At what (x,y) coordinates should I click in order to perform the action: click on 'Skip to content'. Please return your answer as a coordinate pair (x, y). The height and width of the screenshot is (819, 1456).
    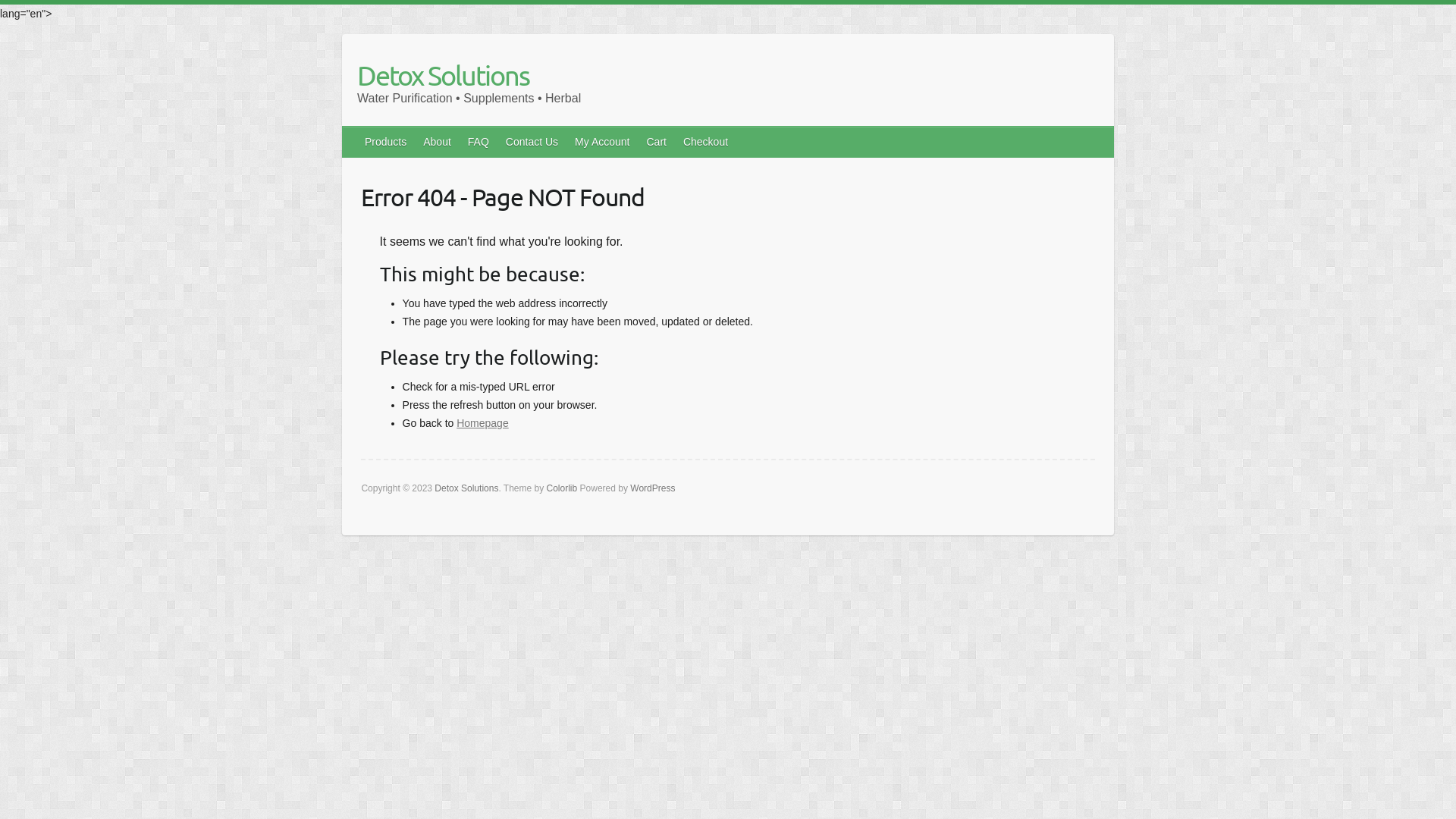
    Looking at the image, I should click on (51, 4).